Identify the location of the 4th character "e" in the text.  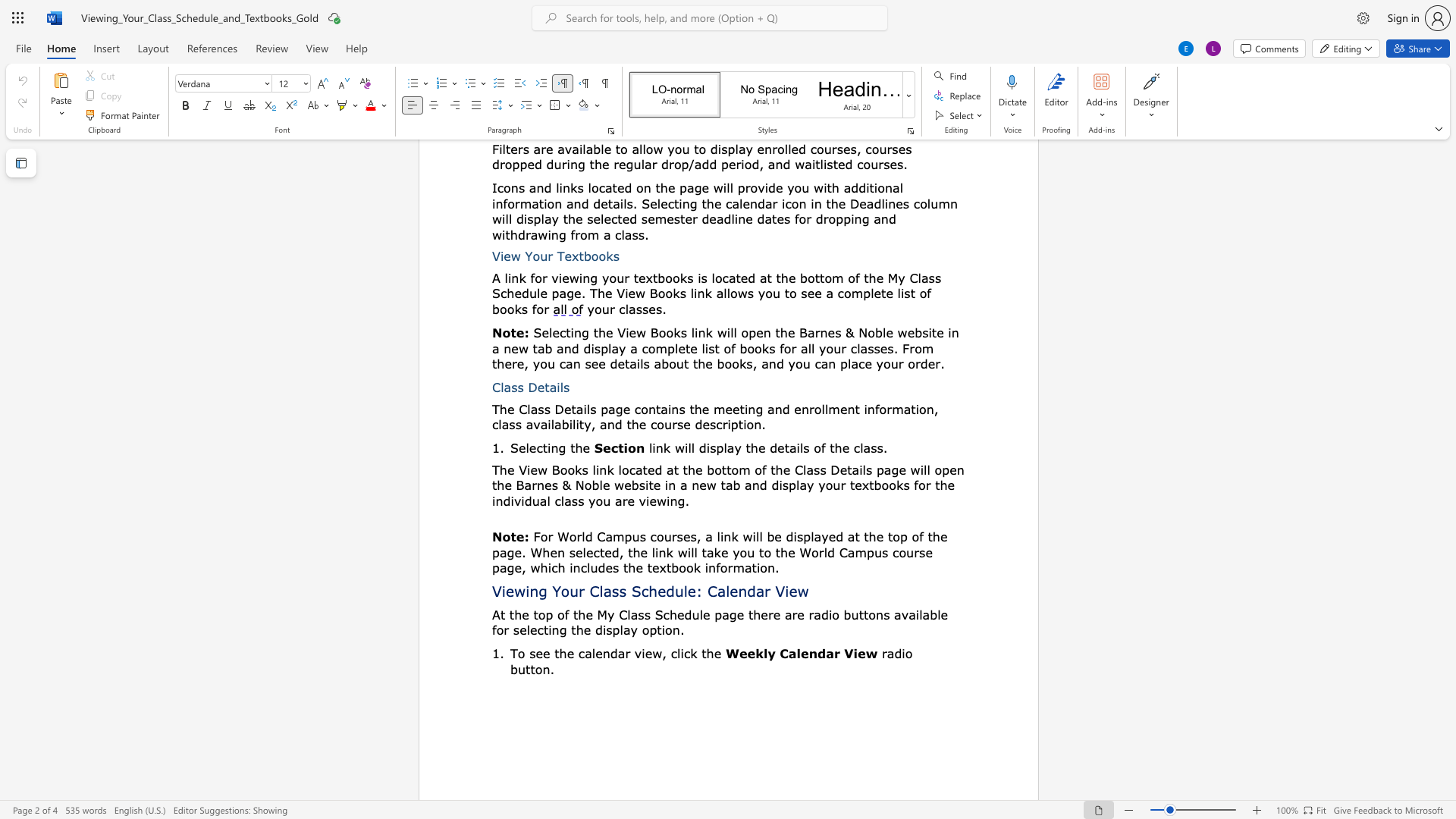
(598, 652).